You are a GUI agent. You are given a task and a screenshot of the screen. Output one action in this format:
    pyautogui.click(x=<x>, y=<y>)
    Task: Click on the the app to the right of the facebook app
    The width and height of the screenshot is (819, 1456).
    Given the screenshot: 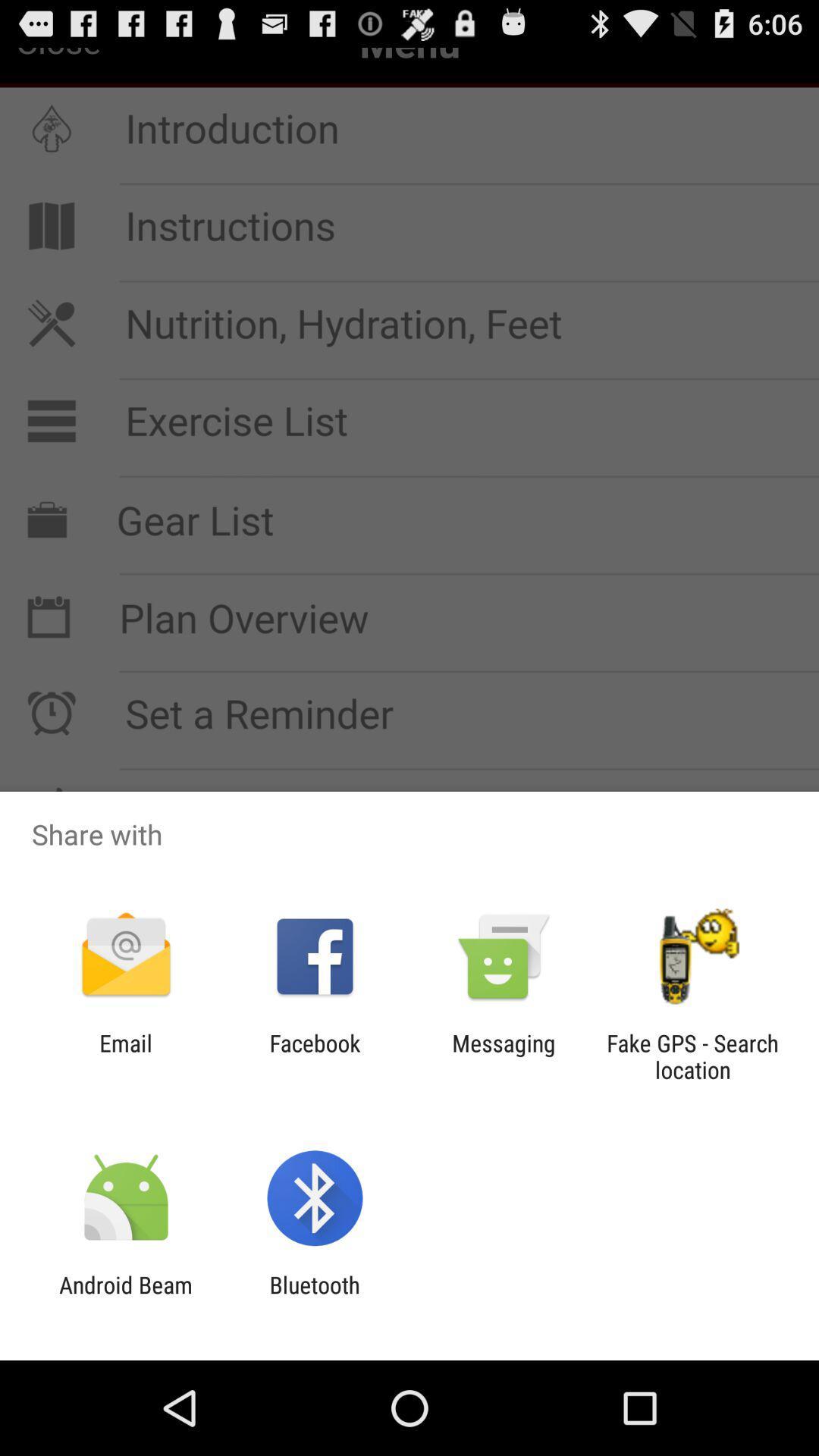 What is the action you would take?
    pyautogui.click(x=504, y=1056)
    